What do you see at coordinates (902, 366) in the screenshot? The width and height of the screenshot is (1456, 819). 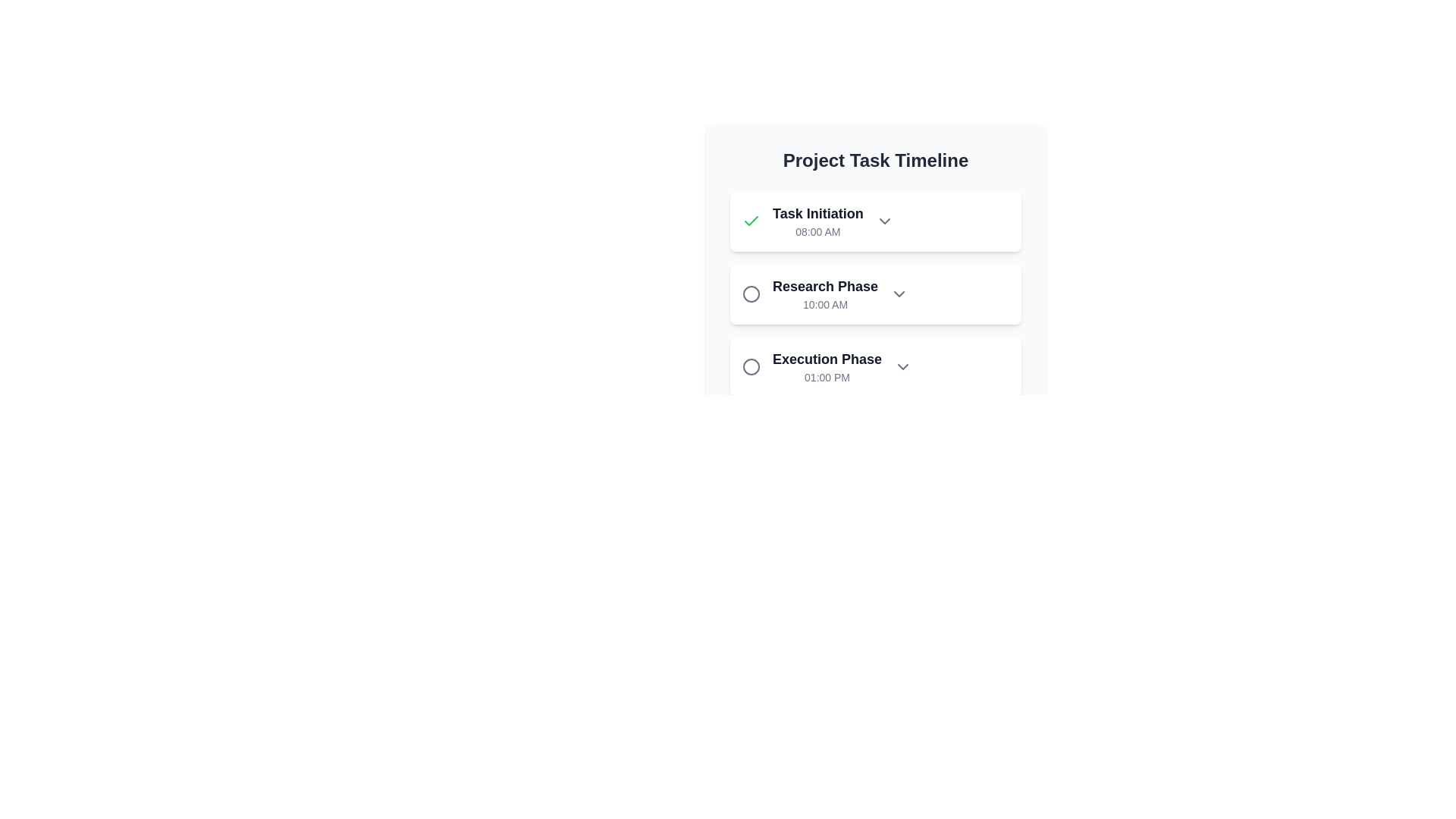 I see `the Dropdown Toggle Icon located to the right of the 'Execution Phase' text in the timeline list` at bounding box center [902, 366].